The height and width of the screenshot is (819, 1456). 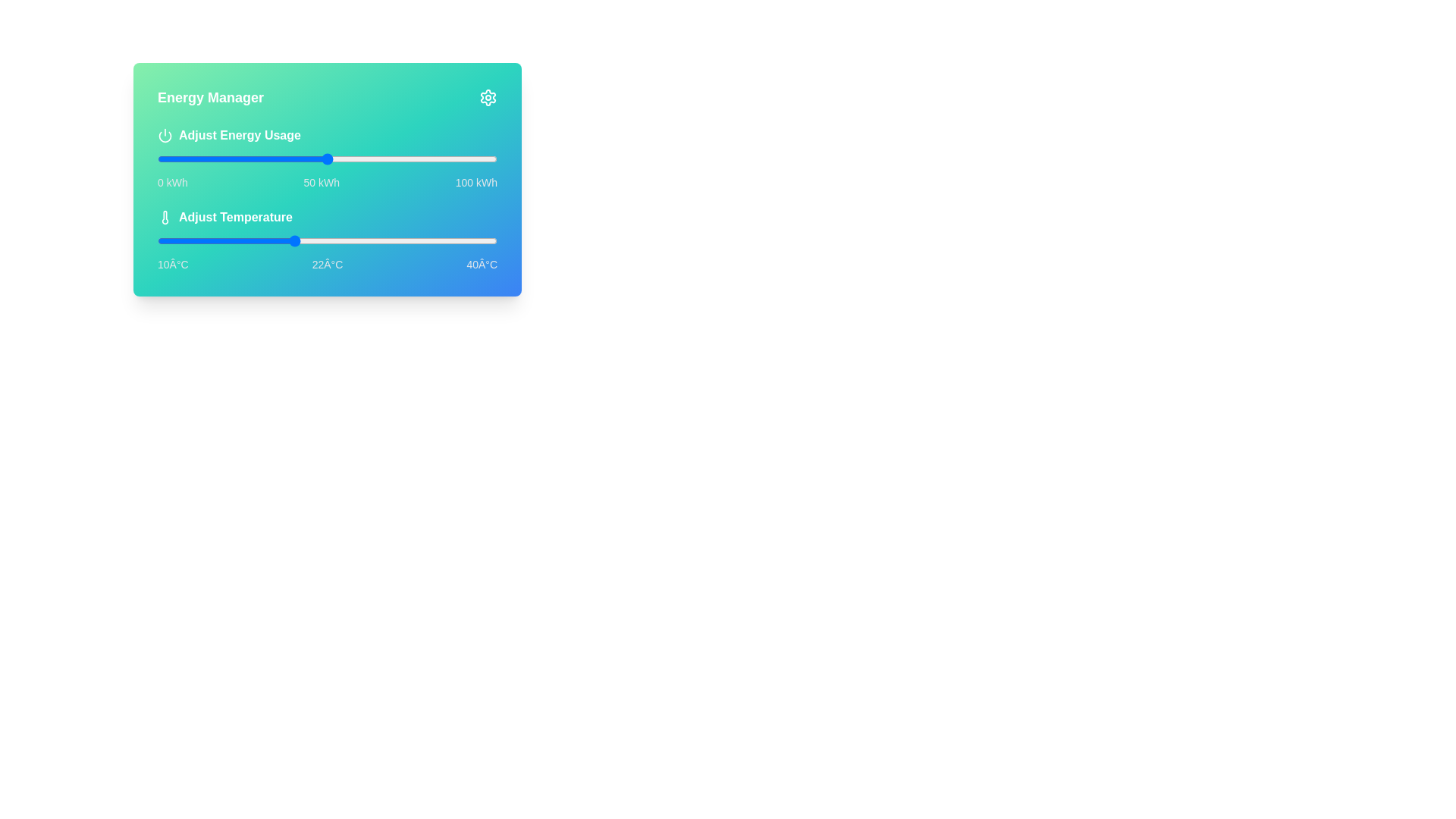 I want to click on the 'Energy Manager' title to interact with it, so click(x=327, y=97).